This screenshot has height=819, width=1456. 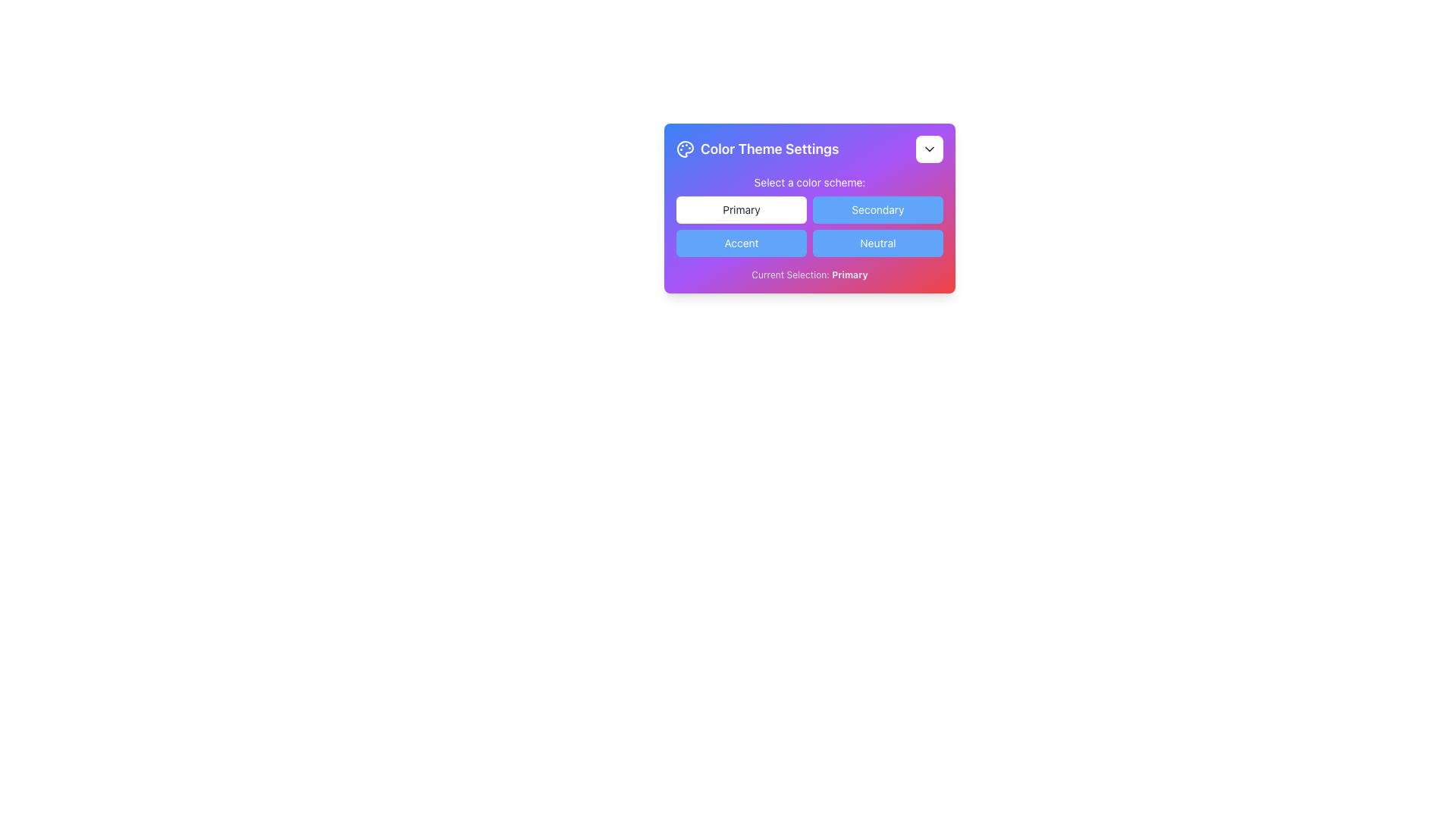 What do you see at coordinates (758, 149) in the screenshot?
I see `the Static Text with Icon element that serves as the title for the color theme settings section, located at the top-left of the header region` at bounding box center [758, 149].